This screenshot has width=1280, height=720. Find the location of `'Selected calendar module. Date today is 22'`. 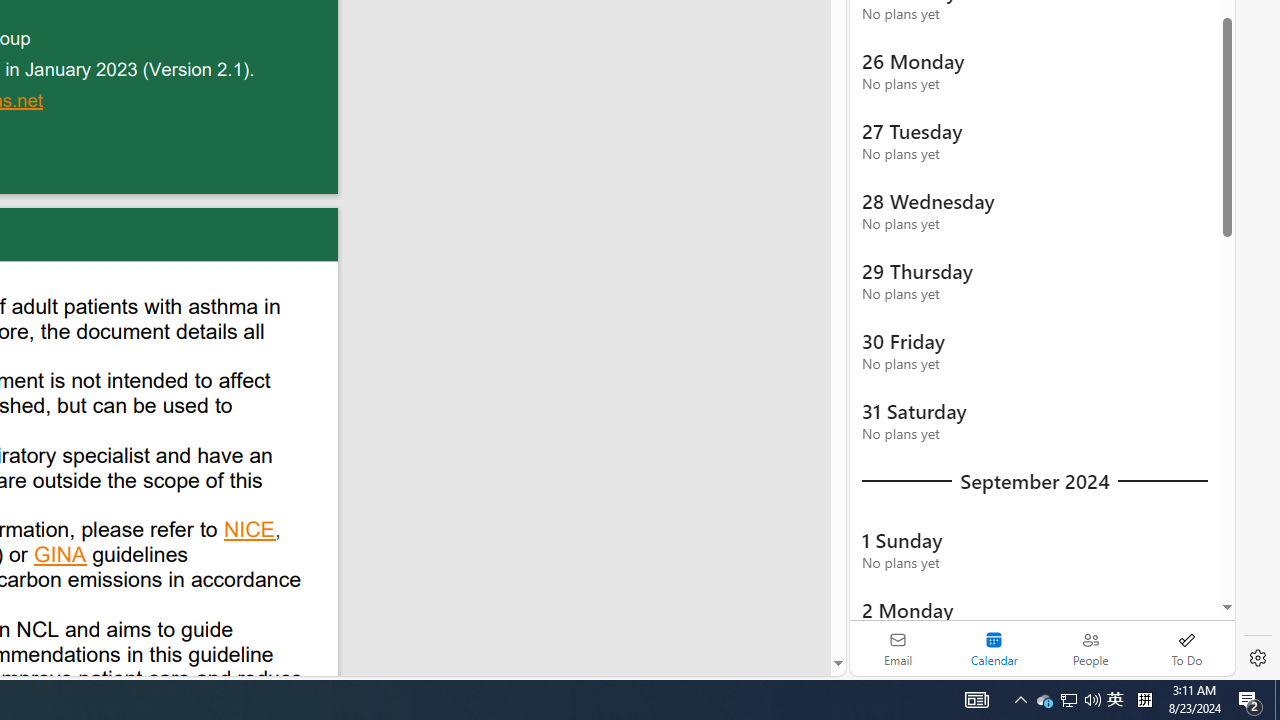

'Selected calendar module. Date today is 22' is located at coordinates (994, 648).